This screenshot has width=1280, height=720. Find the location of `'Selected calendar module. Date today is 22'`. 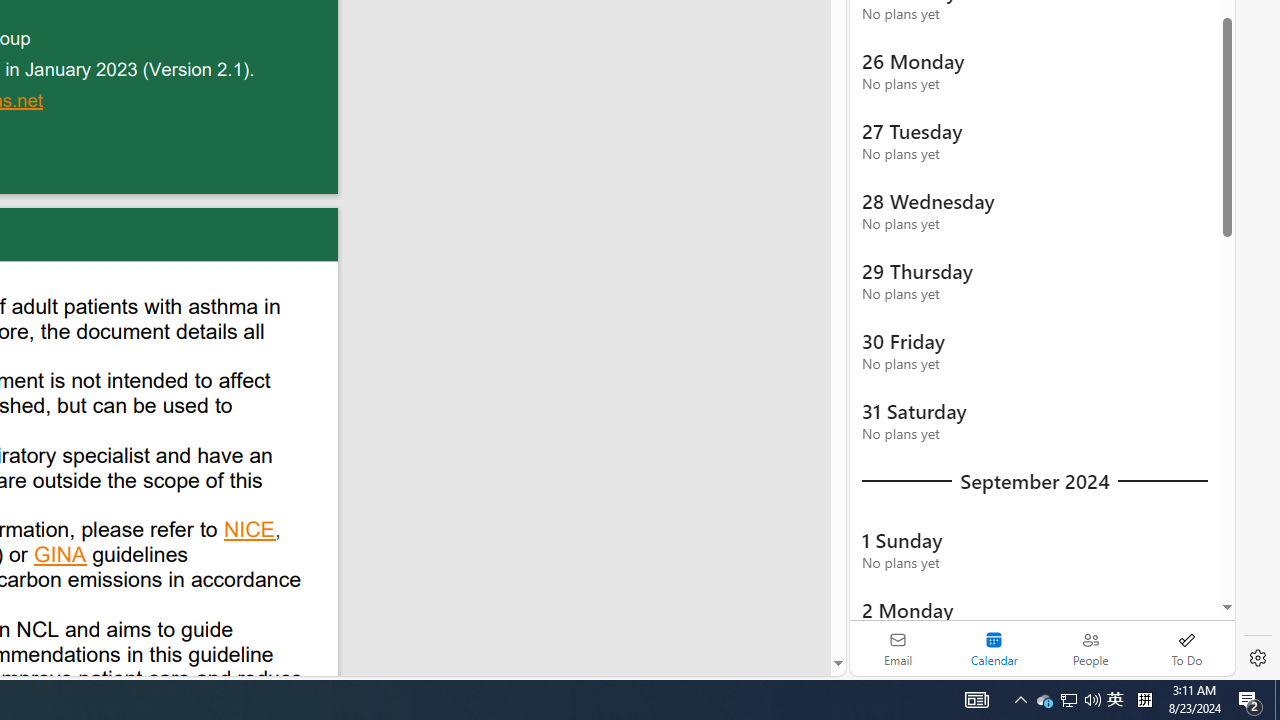

'Selected calendar module. Date today is 22' is located at coordinates (994, 648).